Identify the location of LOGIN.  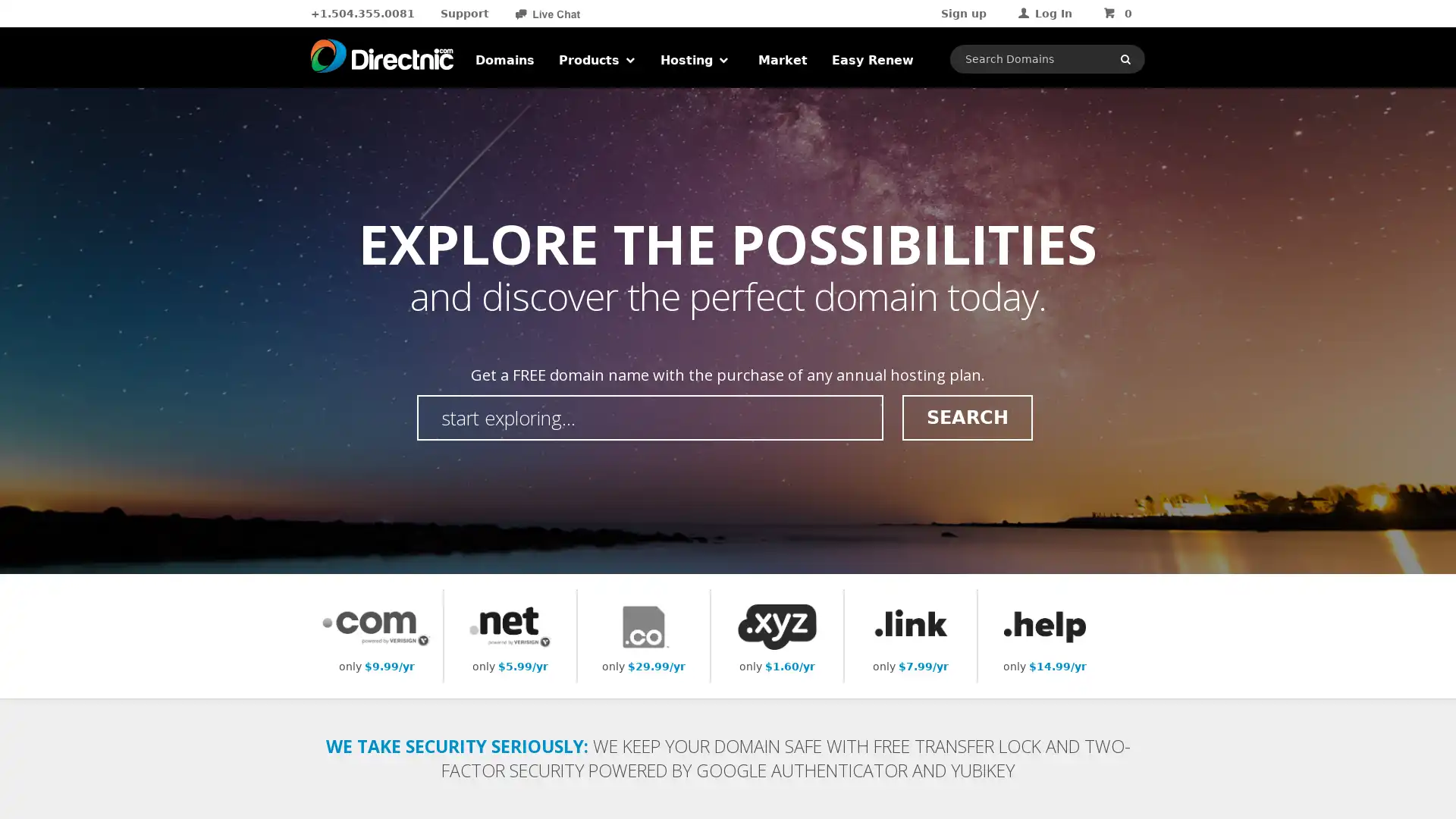
(1078, 155).